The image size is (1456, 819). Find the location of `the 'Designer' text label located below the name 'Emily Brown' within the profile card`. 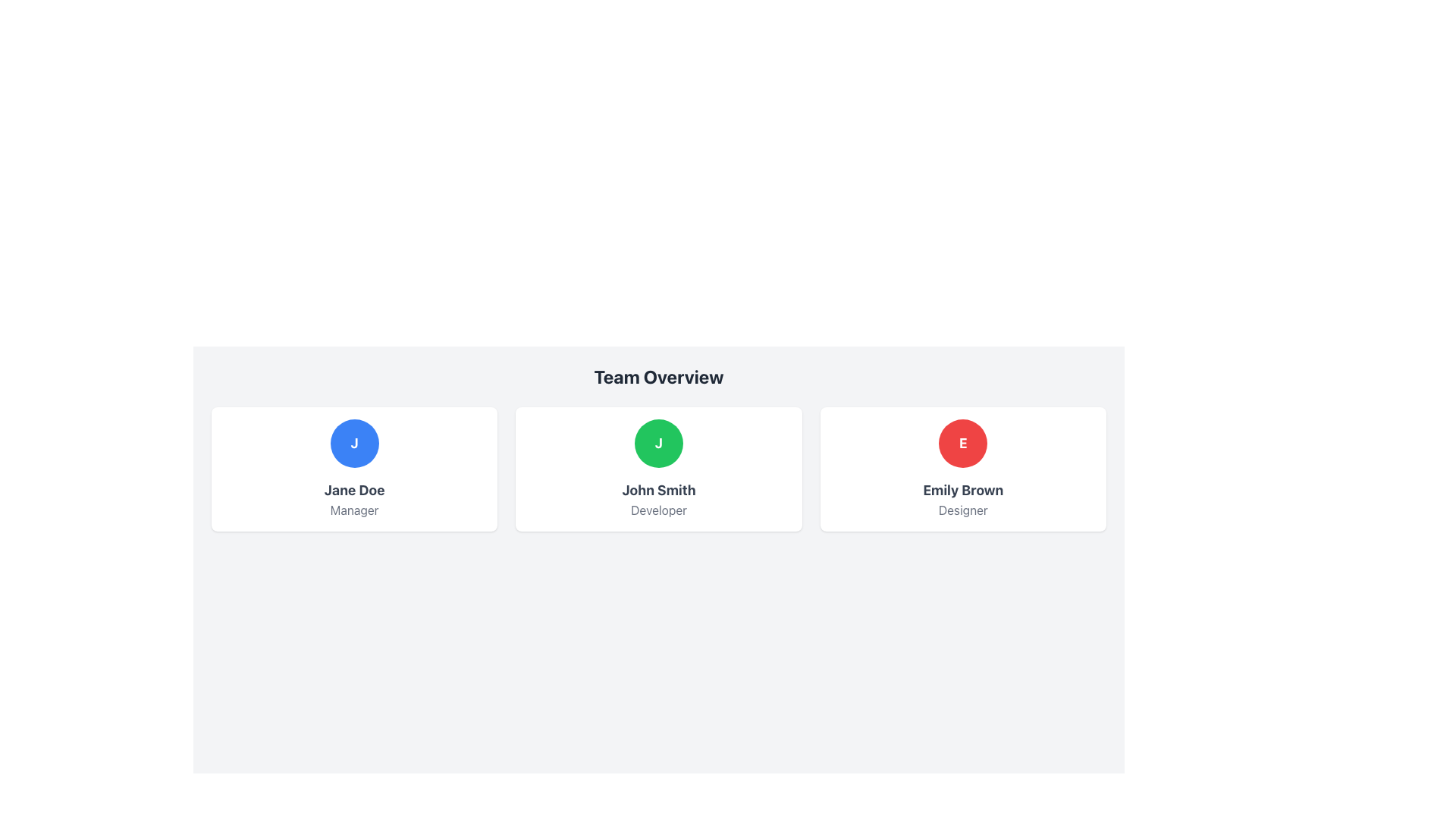

the 'Designer' text label located below the name 'Emily Brown' within the profile card is located at coordinates (962, 510).